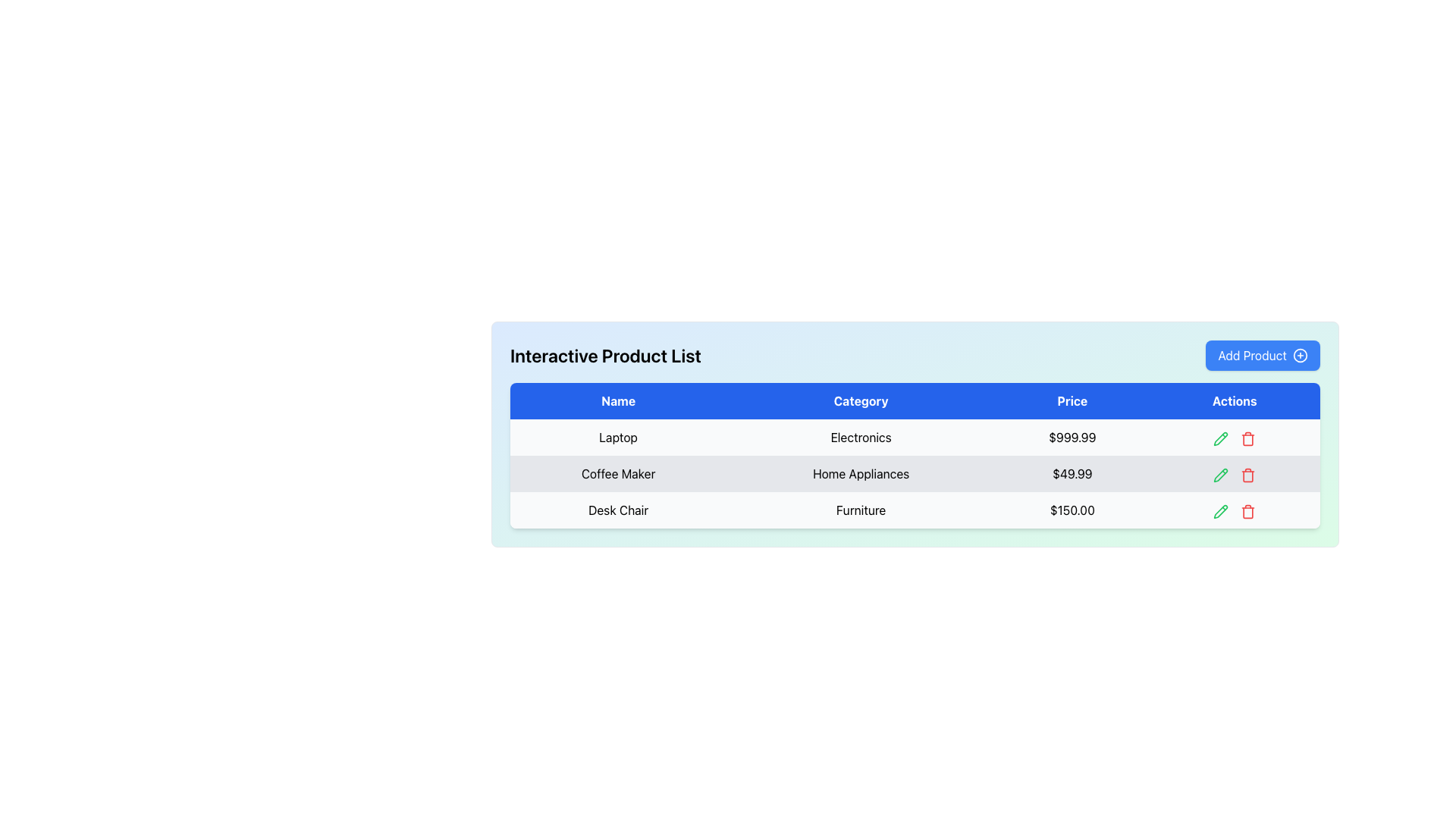 This screenshot has width=1456, height=819. What do you see at coordinates (1248, 440) in the screenshot?
I see `the middle segment of the trash can icon in the 'Actions' column of the product list's table` at bounding box center [1248, 440].